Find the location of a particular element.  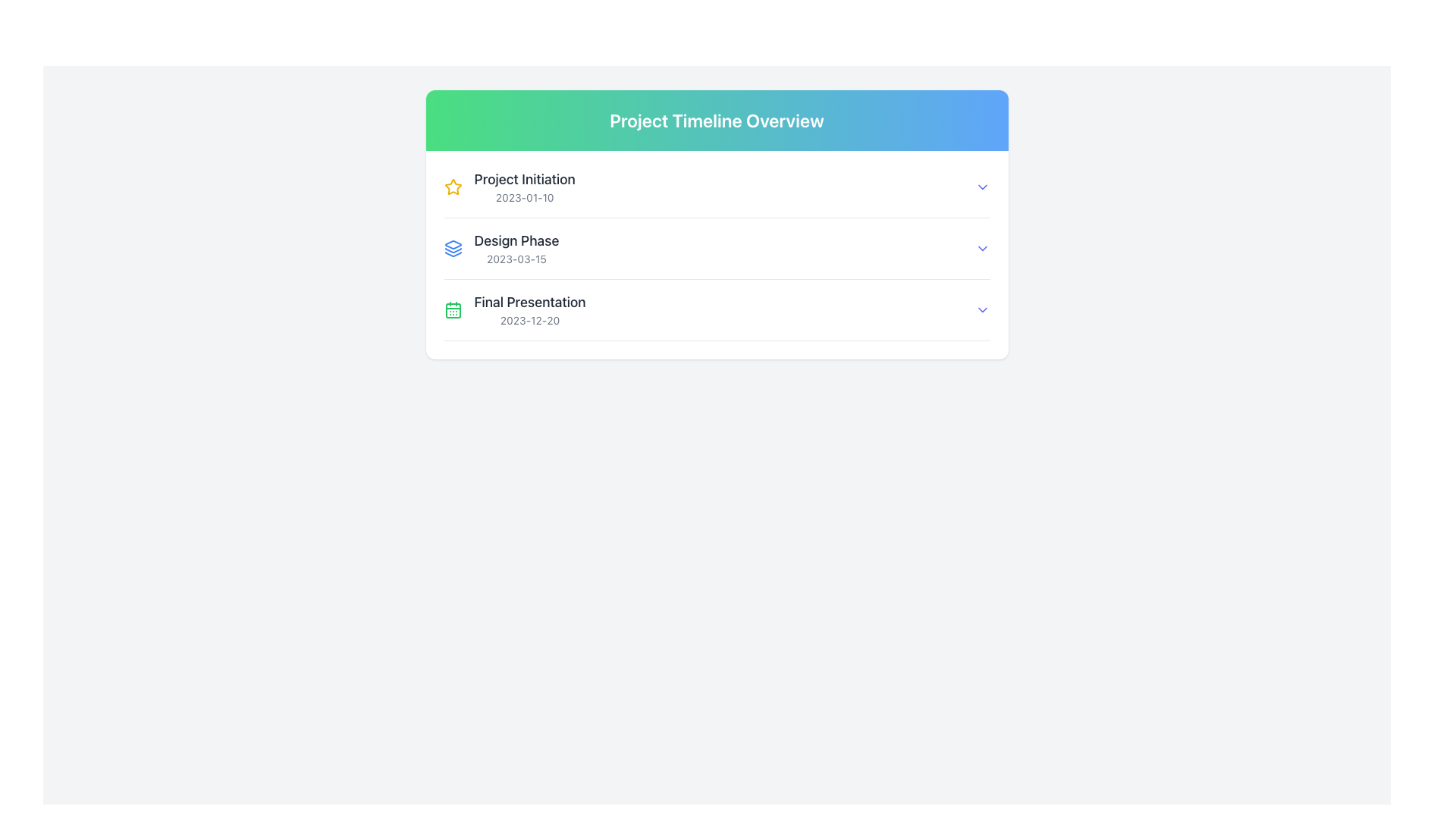

the icon located in the first row of the list structure, adjacent to the text 'Project Initiation', to check its rating or status is located at coordinates (452, 186).